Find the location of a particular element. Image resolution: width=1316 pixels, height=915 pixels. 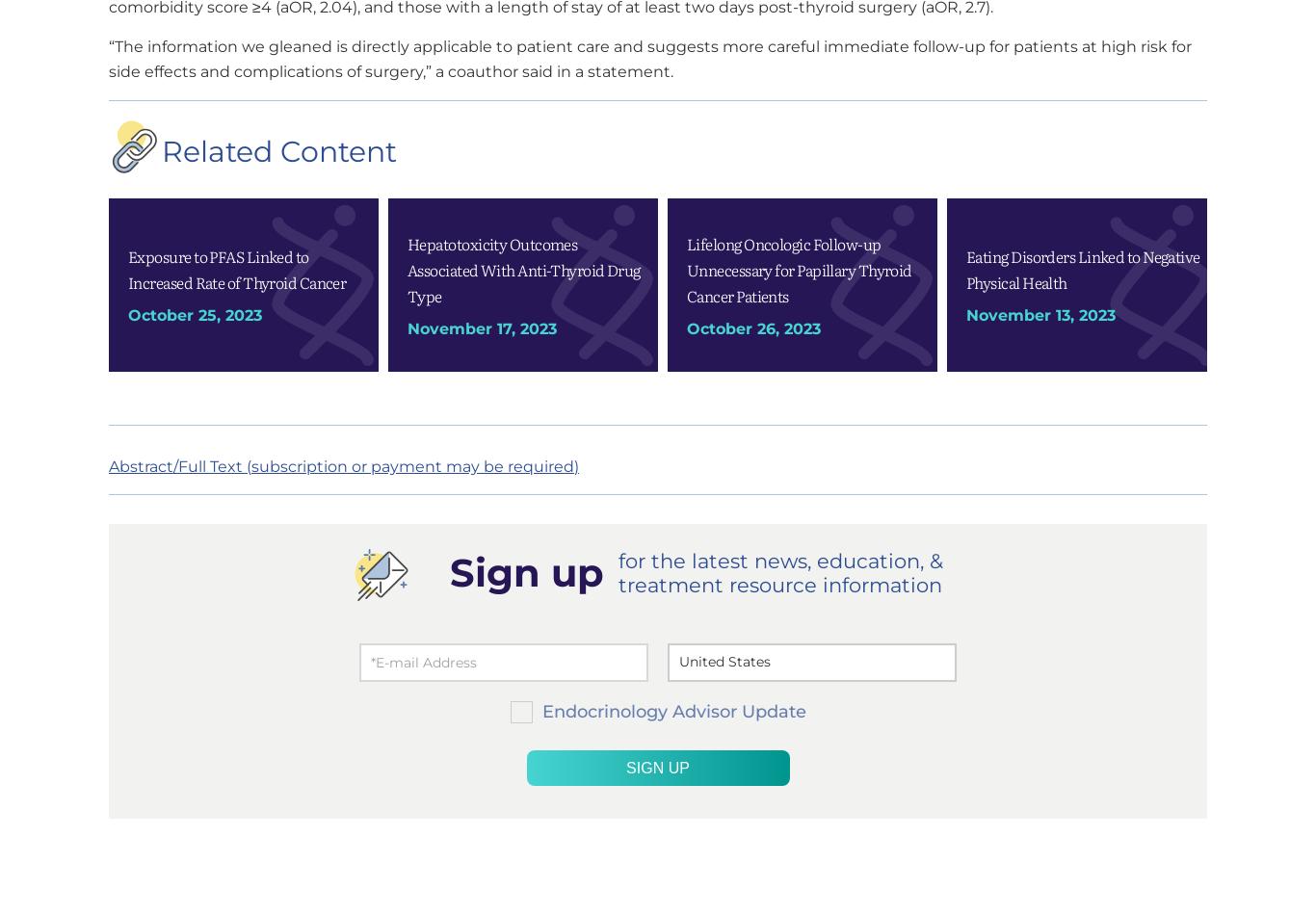

'Abstract/Full Text (subscription or payment may be required)' is located at coordinates (342, 465).